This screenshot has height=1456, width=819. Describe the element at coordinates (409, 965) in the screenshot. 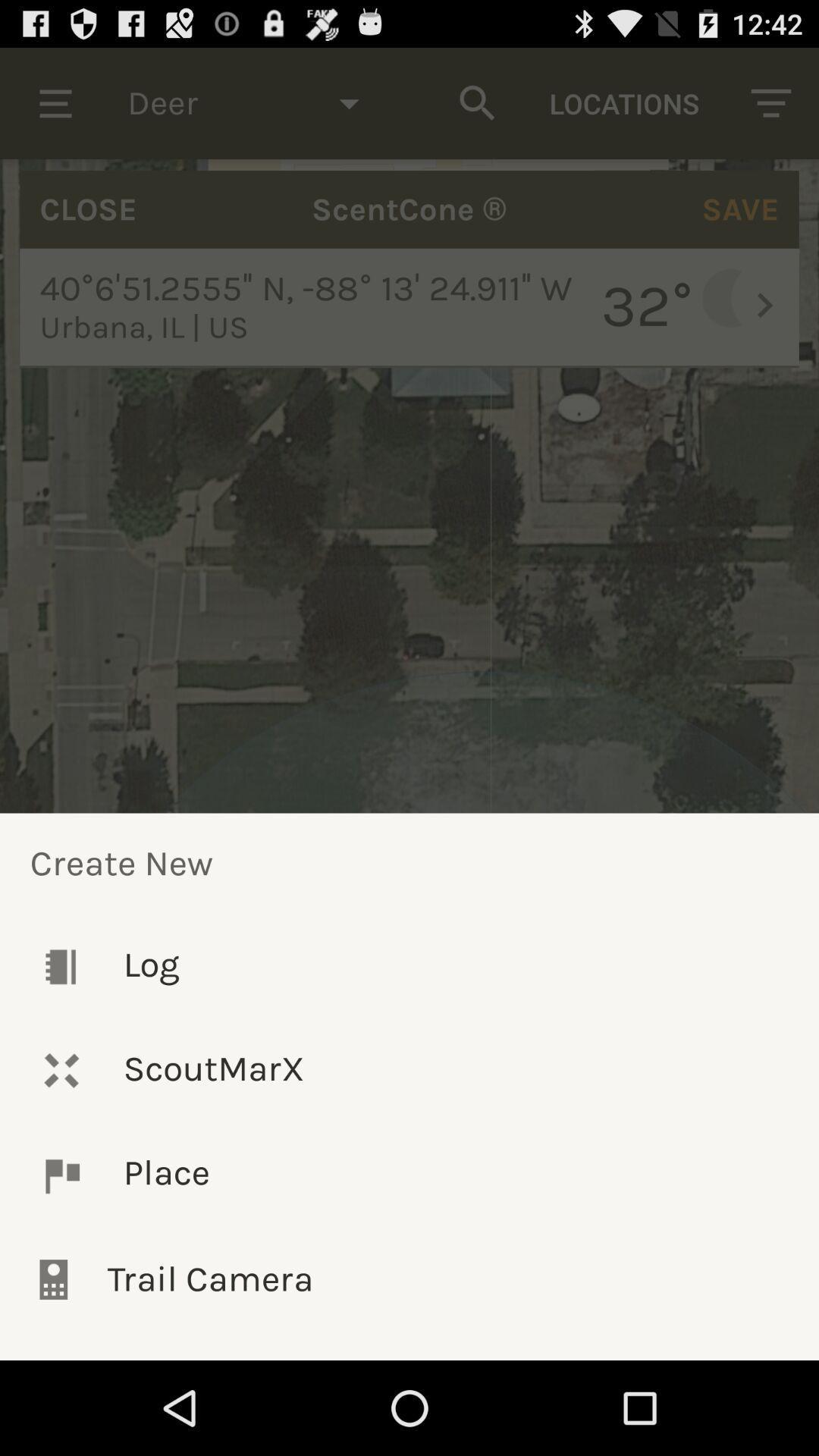

I see `the item above the scoutmarx item` at that location.